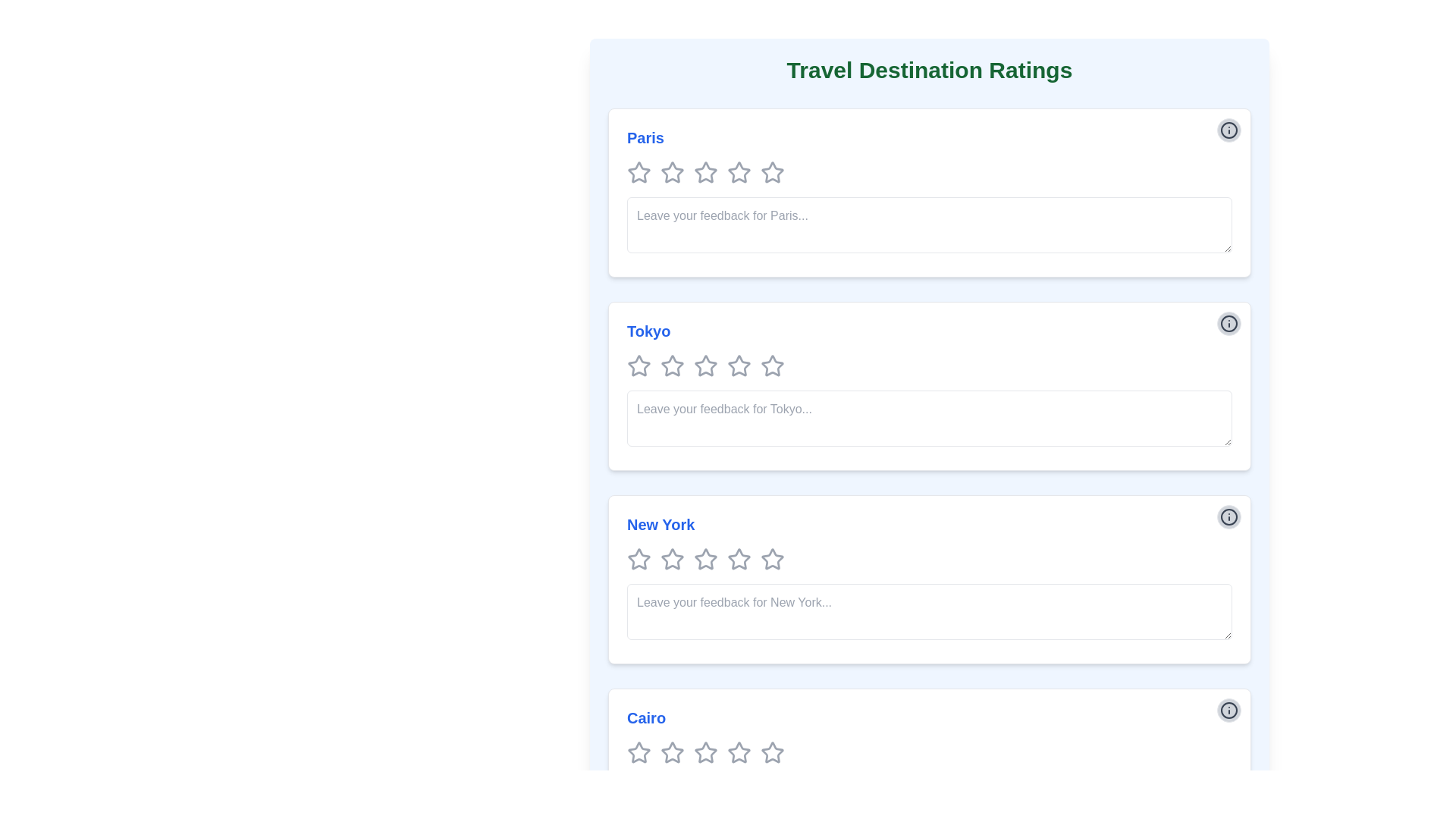  What do you see at coordinates (646, 717) in the screenshot?
I see `text label that serves as the title for the 'Cairo' destination section, located at the bottom of the vertical list of destinations` at bounding box center [646, 717].